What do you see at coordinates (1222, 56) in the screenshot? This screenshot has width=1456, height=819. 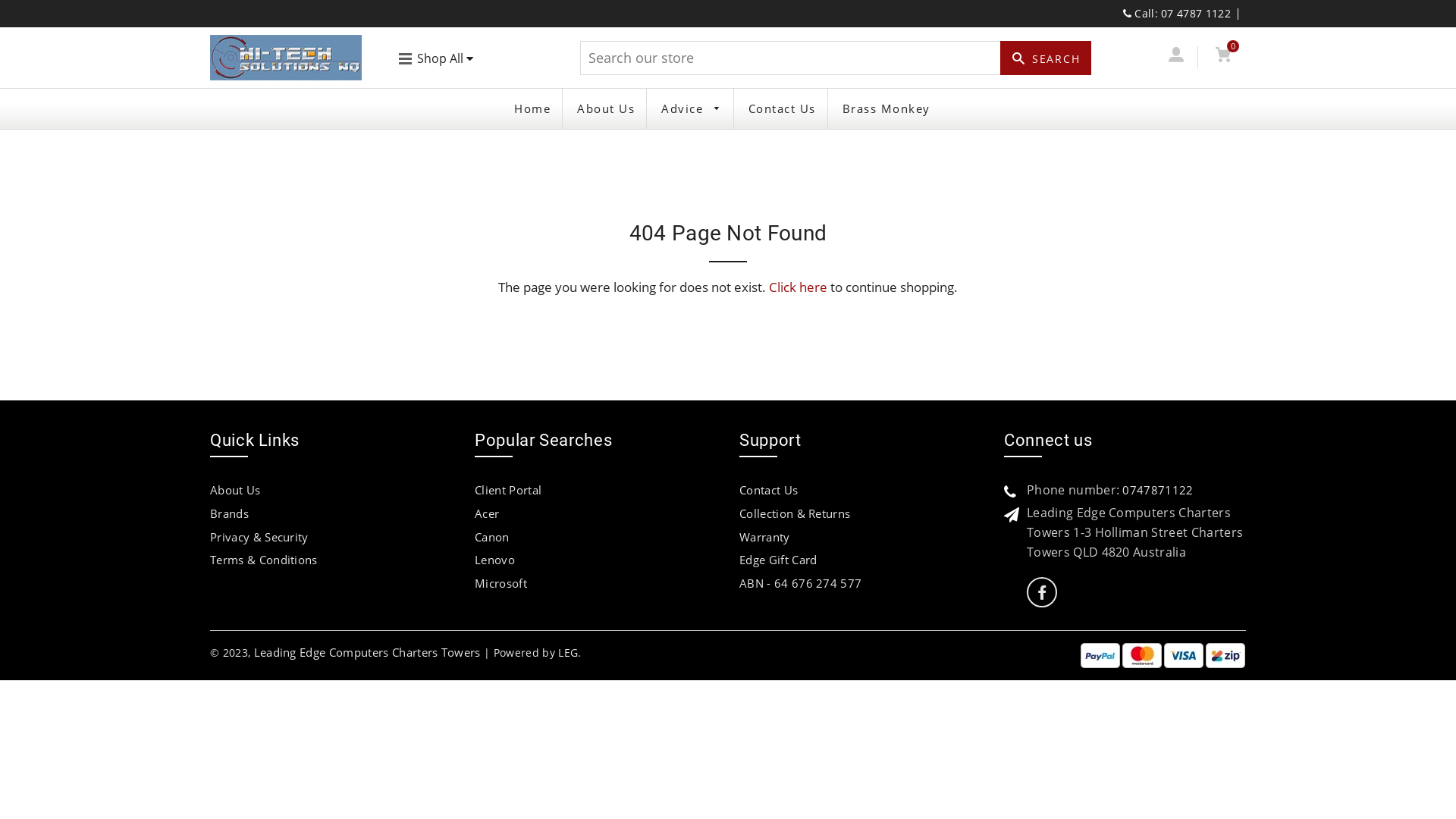 I see `'Cart` at bounding box center [1222, 56].